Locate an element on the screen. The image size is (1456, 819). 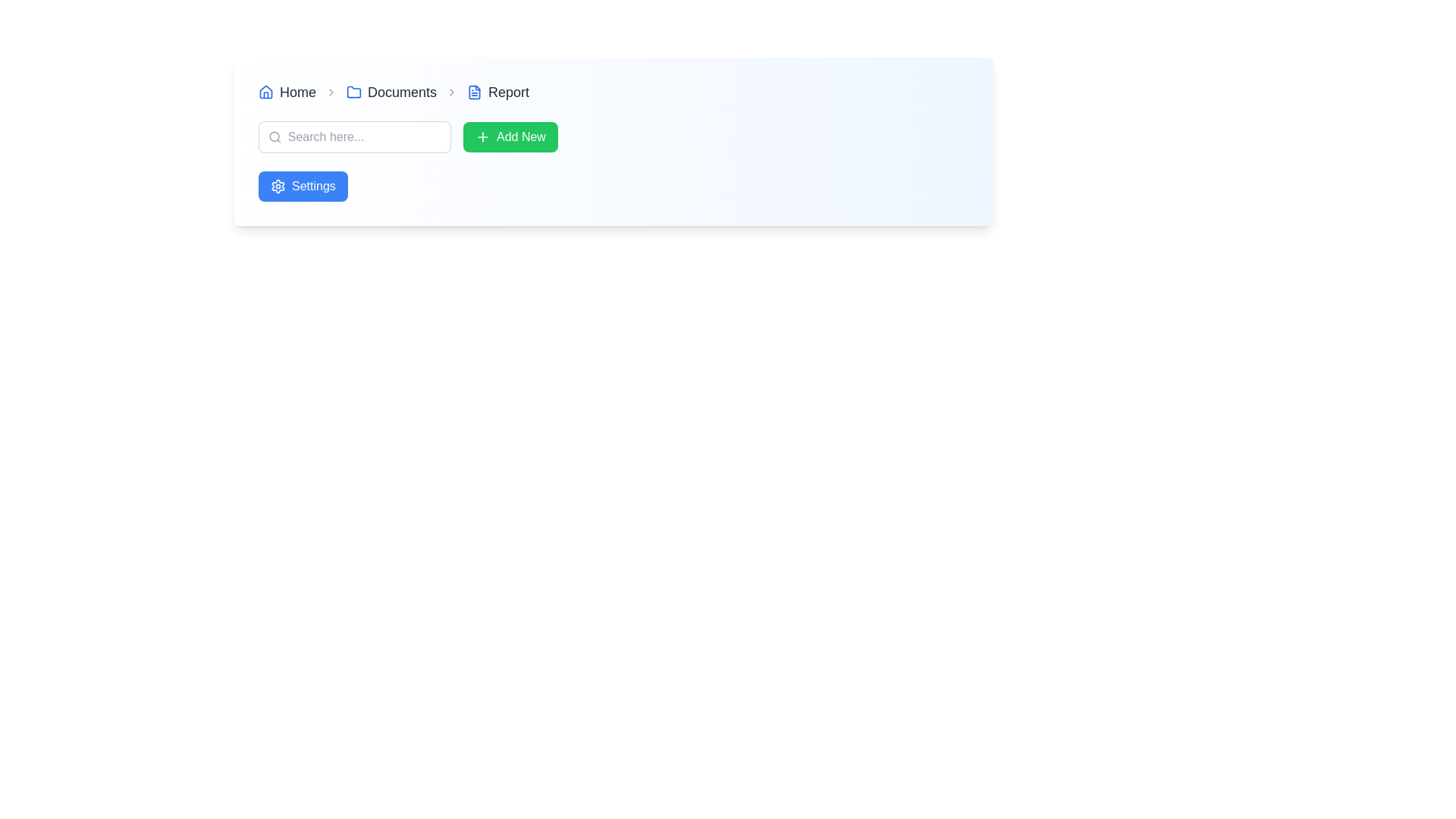
the 'Settings' text label, which is displayed in white font on a blue rounded rectangle background, located at the bottom left of the visible interface beside a settings icon is located at coordinates (312, 186).